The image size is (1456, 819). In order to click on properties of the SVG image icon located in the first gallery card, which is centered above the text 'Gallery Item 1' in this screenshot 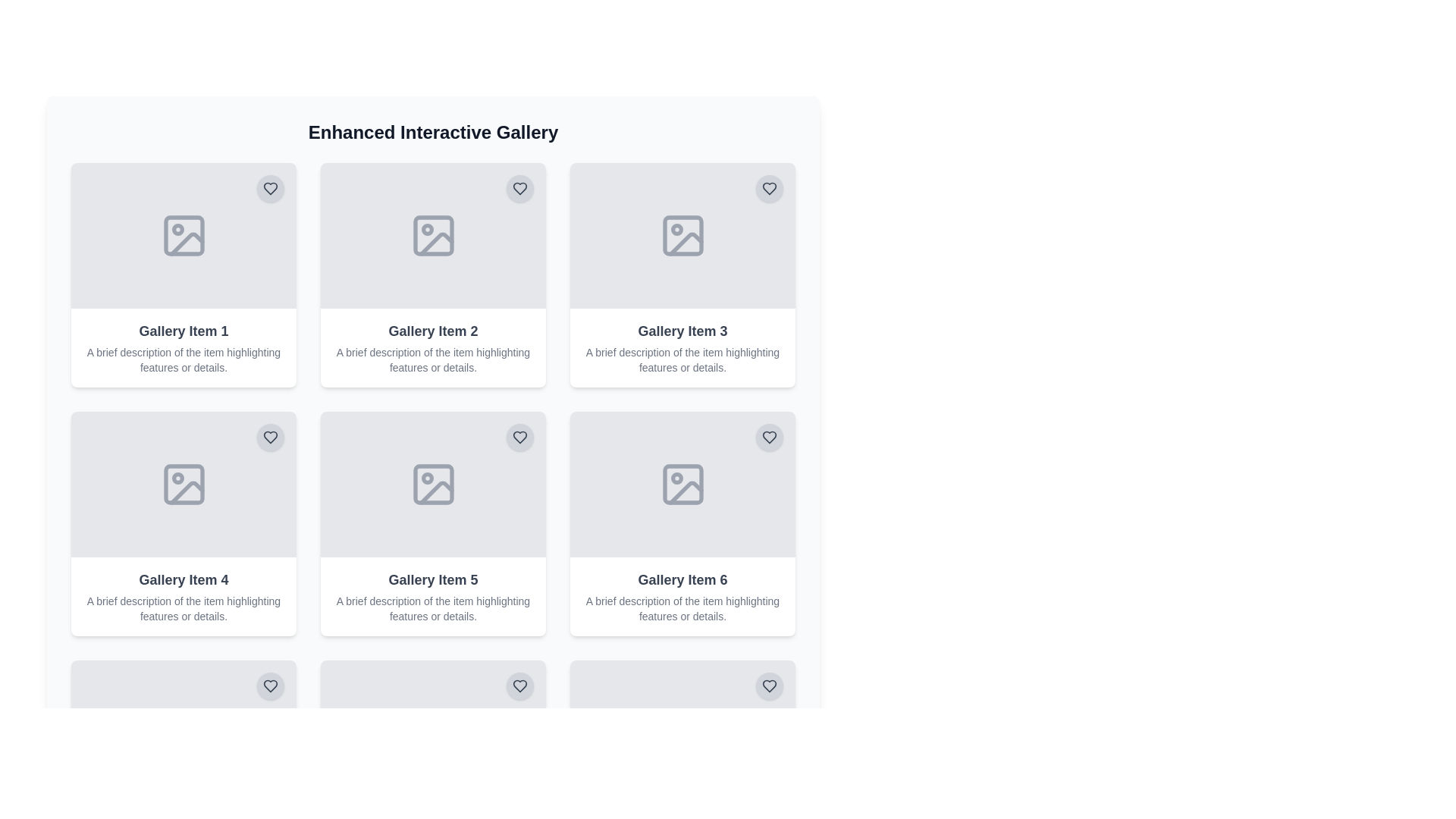, I will do `click(183, 236)`.